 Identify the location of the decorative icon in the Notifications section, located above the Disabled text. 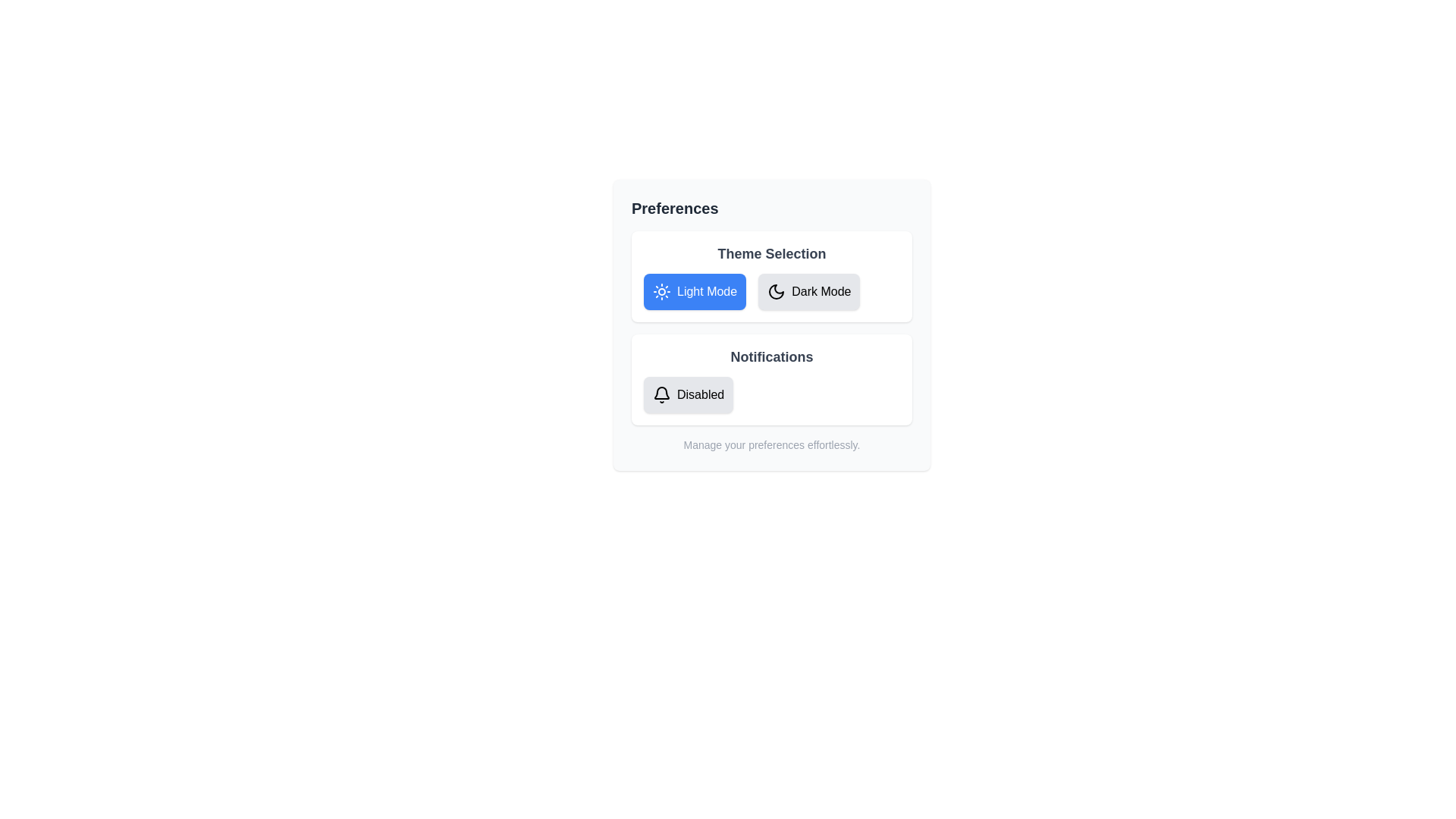
(662, 392).